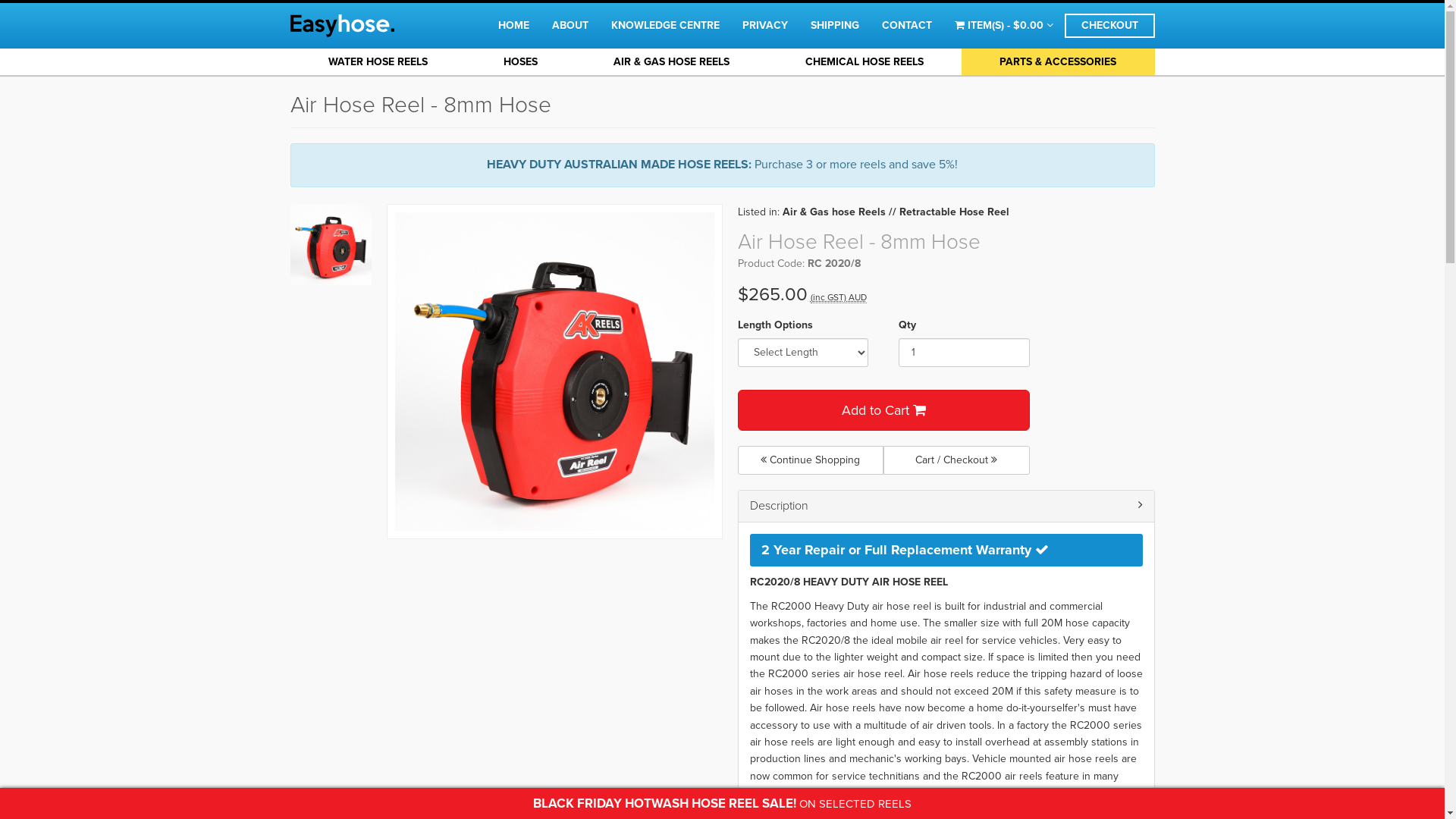 This screenshot has height=819, width=1456. What do you see at coordinates (864, 61) in the screenshot?
I see `'CHEMICAL HOSE REELS'` at bounding box center [864, 61].